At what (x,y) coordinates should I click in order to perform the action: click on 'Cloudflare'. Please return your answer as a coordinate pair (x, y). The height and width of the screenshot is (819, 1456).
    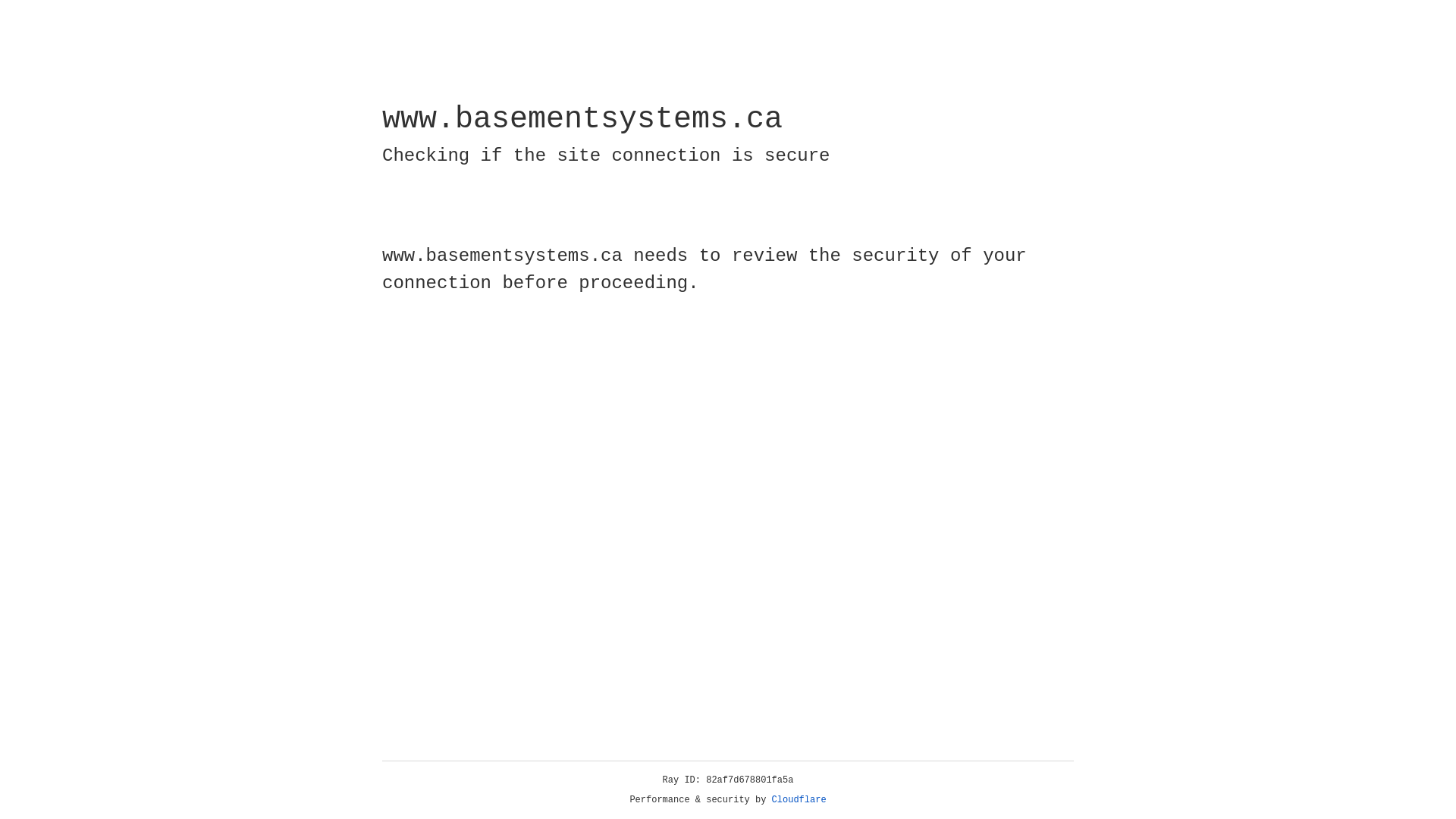
    Looking at the image, I should click on (799, 799).